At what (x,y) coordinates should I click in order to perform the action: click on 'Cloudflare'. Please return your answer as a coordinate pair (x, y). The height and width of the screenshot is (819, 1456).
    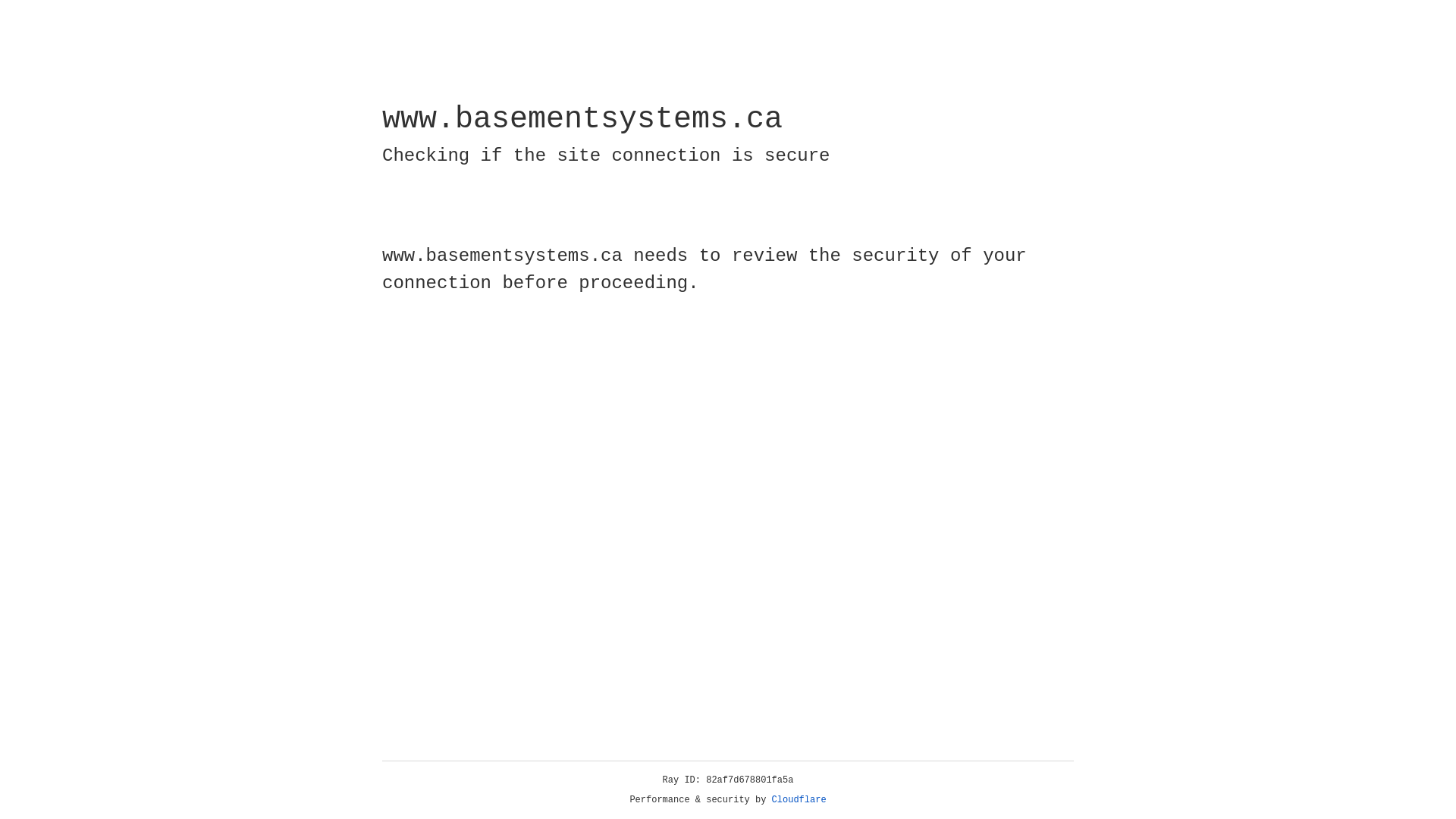
    Looking at the image, I should click on (799, 799).